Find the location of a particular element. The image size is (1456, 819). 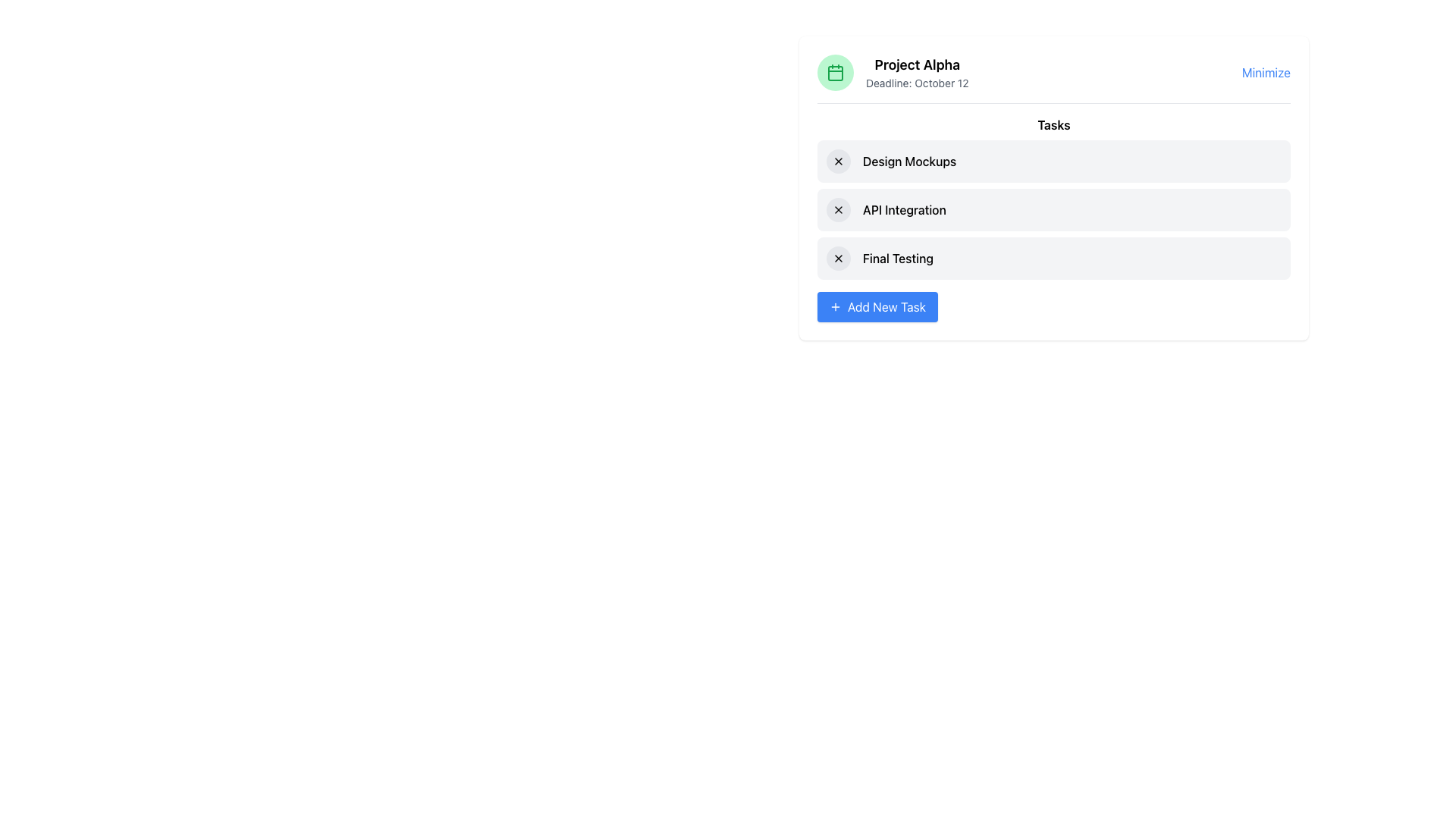

the circular button with a light-gray background and 'X' icon, located to the left of the 'Final Testing' text is located at coordinates (837, 257).